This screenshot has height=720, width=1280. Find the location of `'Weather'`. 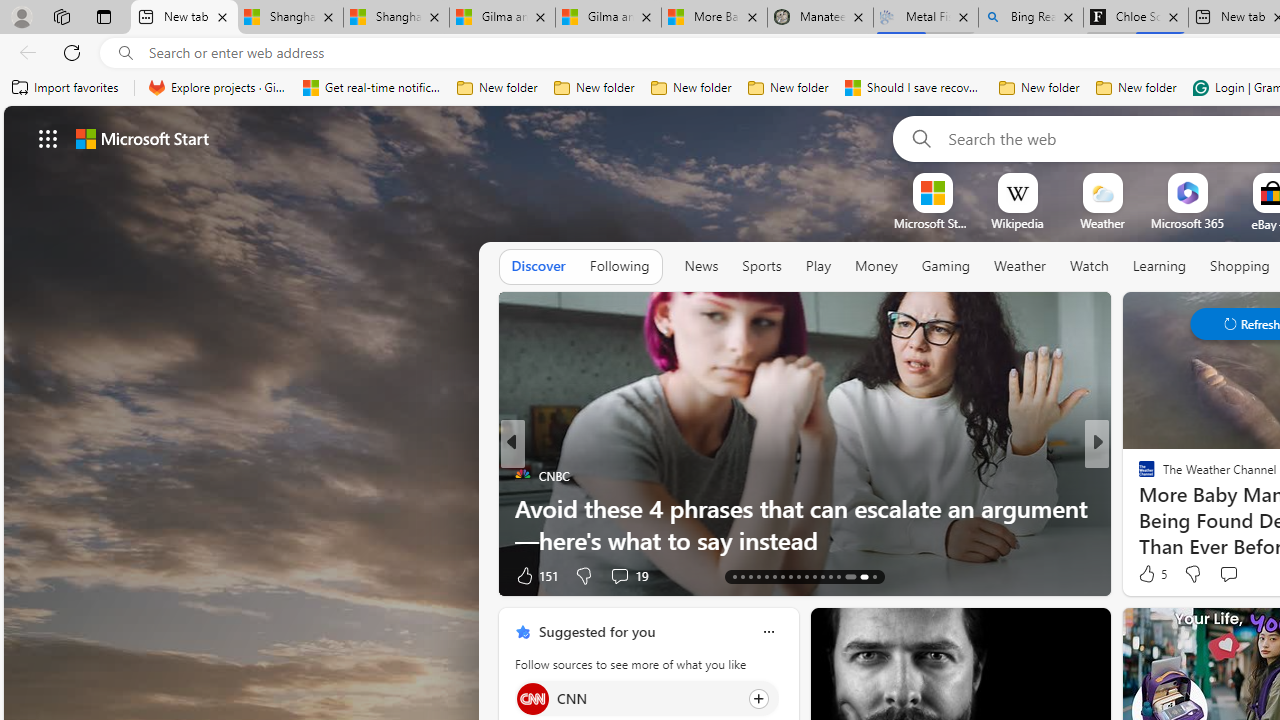

'Weather' is located at coordinates (1020, 266).